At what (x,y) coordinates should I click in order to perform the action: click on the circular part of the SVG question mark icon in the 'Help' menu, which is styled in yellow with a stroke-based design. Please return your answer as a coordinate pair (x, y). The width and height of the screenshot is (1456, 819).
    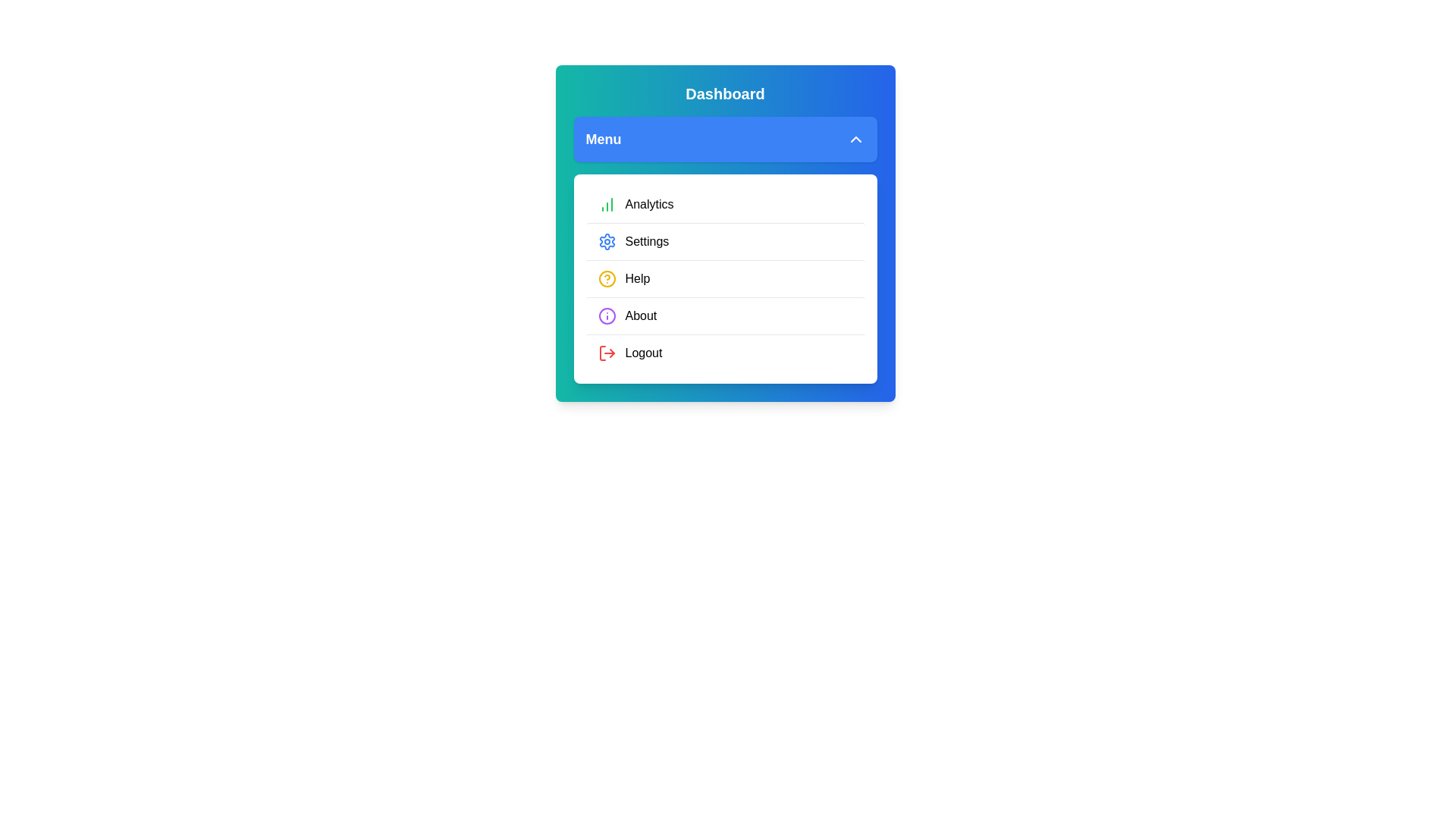
    Looking at the image, I should click on (607, 278).